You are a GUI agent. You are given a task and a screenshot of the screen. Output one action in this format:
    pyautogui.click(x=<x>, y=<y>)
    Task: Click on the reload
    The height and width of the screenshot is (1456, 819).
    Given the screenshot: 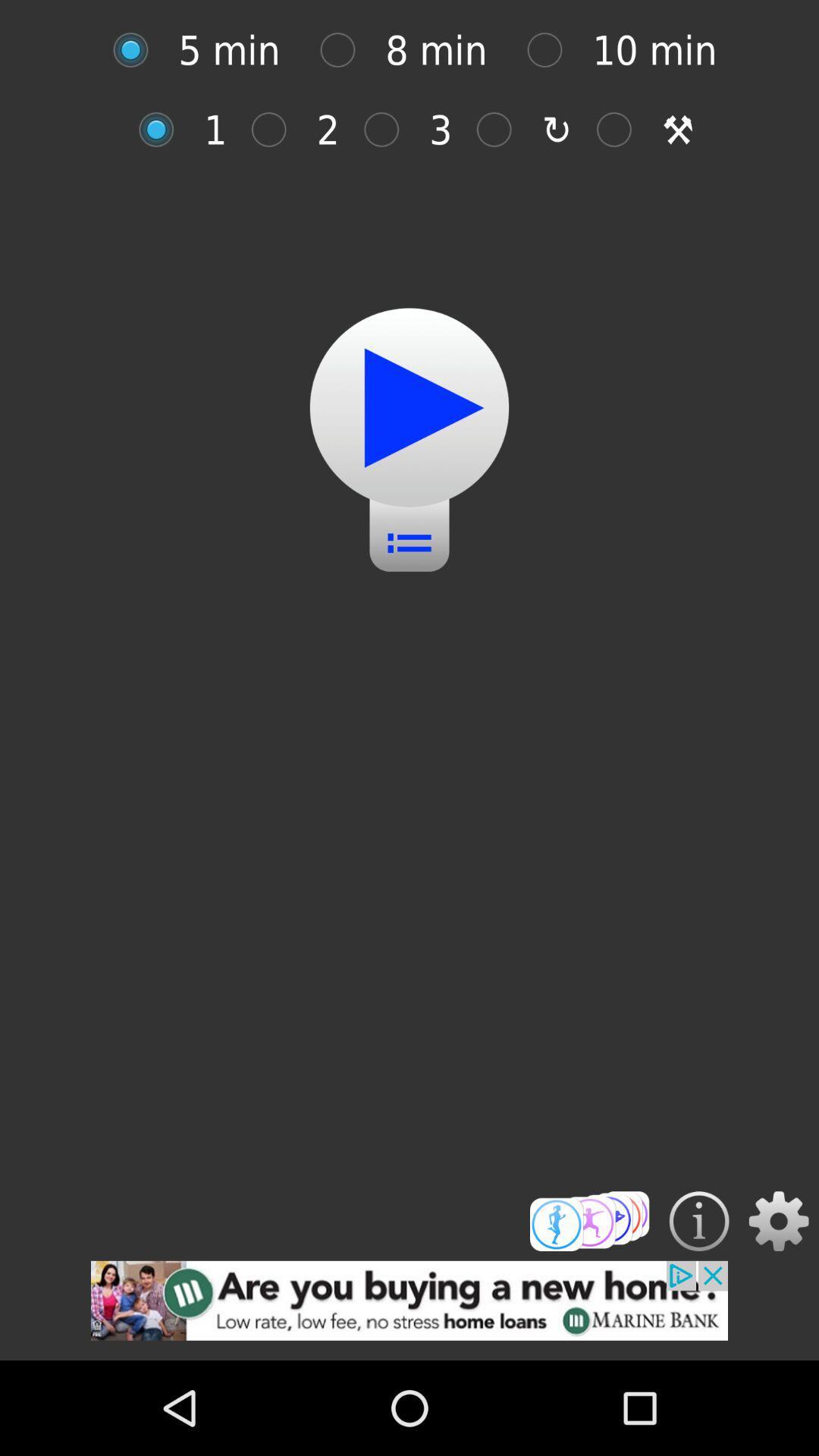 What is the action you would take?
    pyautogui.click(x=502, y=130)
    